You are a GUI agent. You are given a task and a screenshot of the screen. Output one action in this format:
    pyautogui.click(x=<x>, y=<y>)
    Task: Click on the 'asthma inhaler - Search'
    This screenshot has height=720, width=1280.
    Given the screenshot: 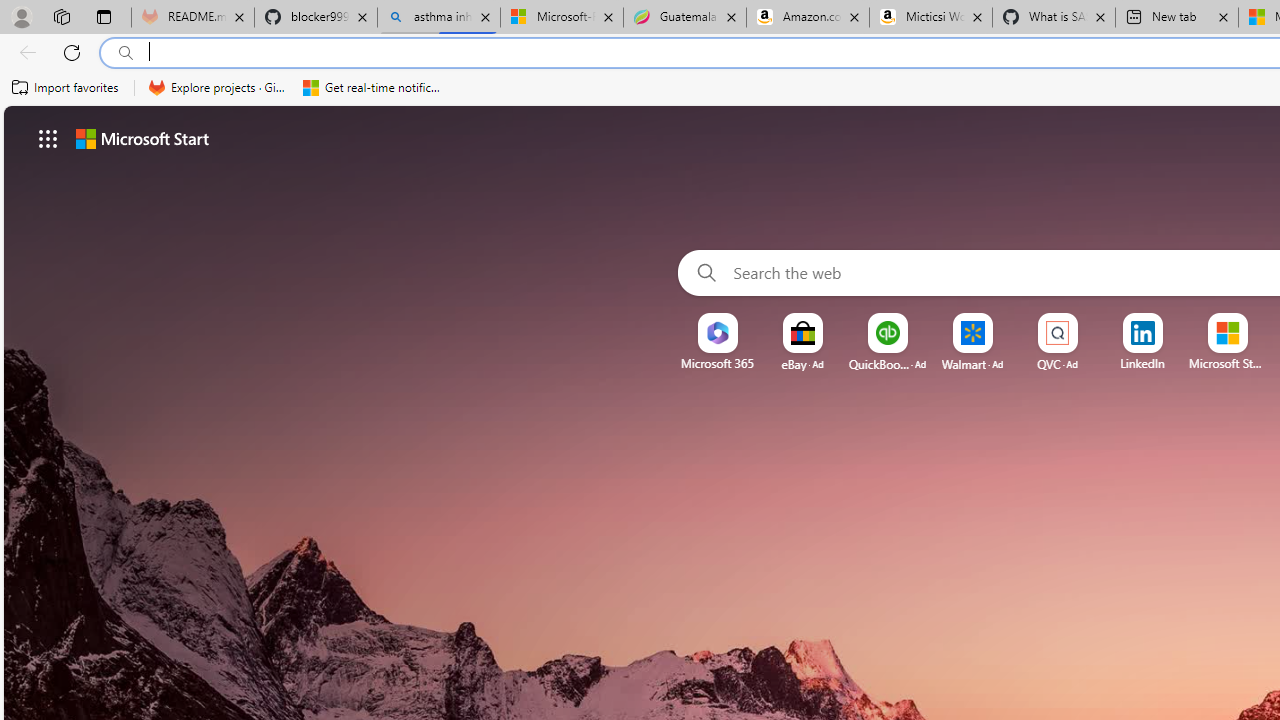 What is the action you would take?
    pyautogui.click(x=438, y=17)
    